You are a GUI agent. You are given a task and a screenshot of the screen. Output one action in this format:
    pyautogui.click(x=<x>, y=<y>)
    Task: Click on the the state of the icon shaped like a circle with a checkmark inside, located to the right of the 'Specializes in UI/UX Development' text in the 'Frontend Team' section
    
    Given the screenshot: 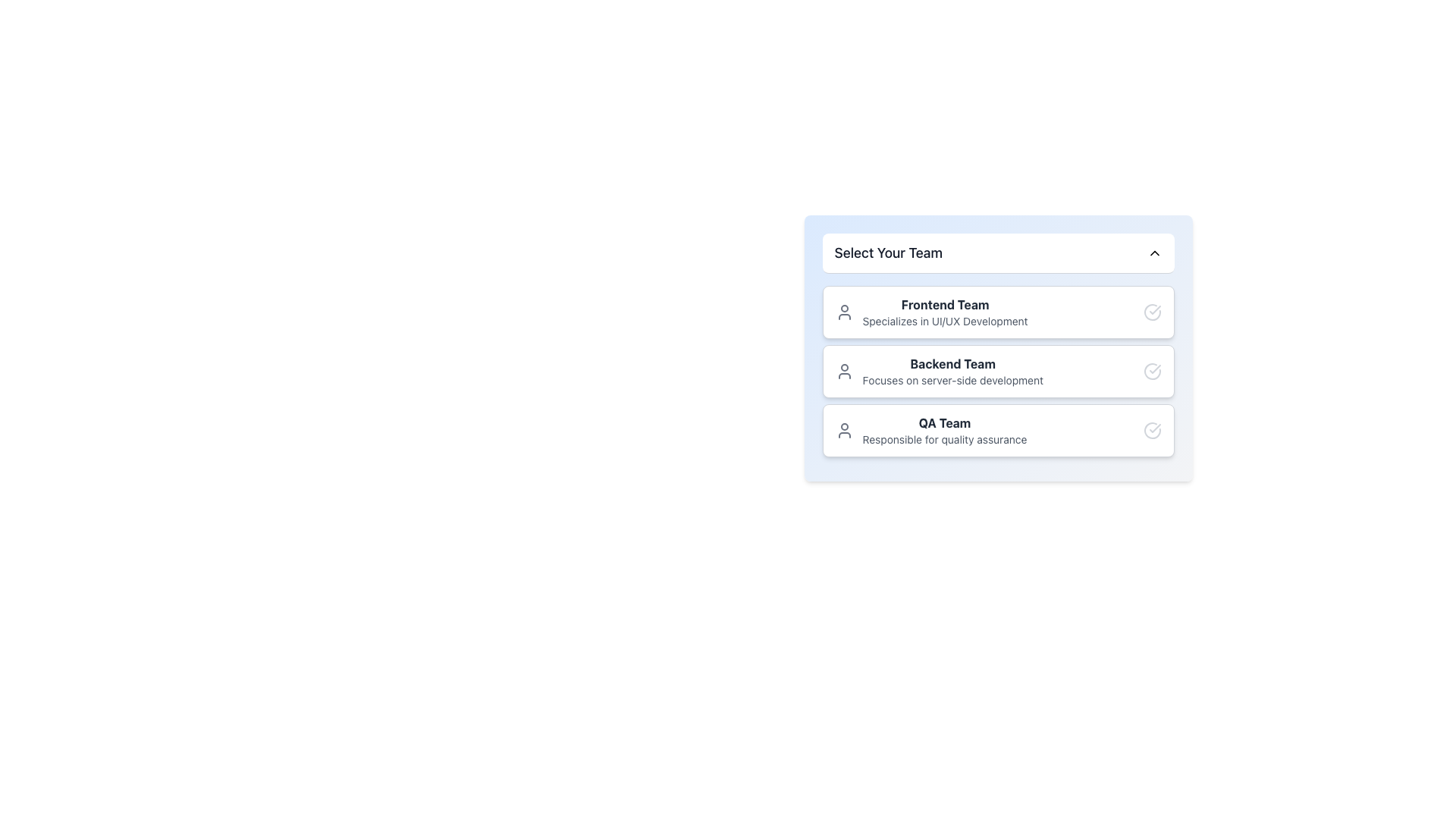 What is the action you would take?
    pyautogui.click(x=1152, y=312)
    